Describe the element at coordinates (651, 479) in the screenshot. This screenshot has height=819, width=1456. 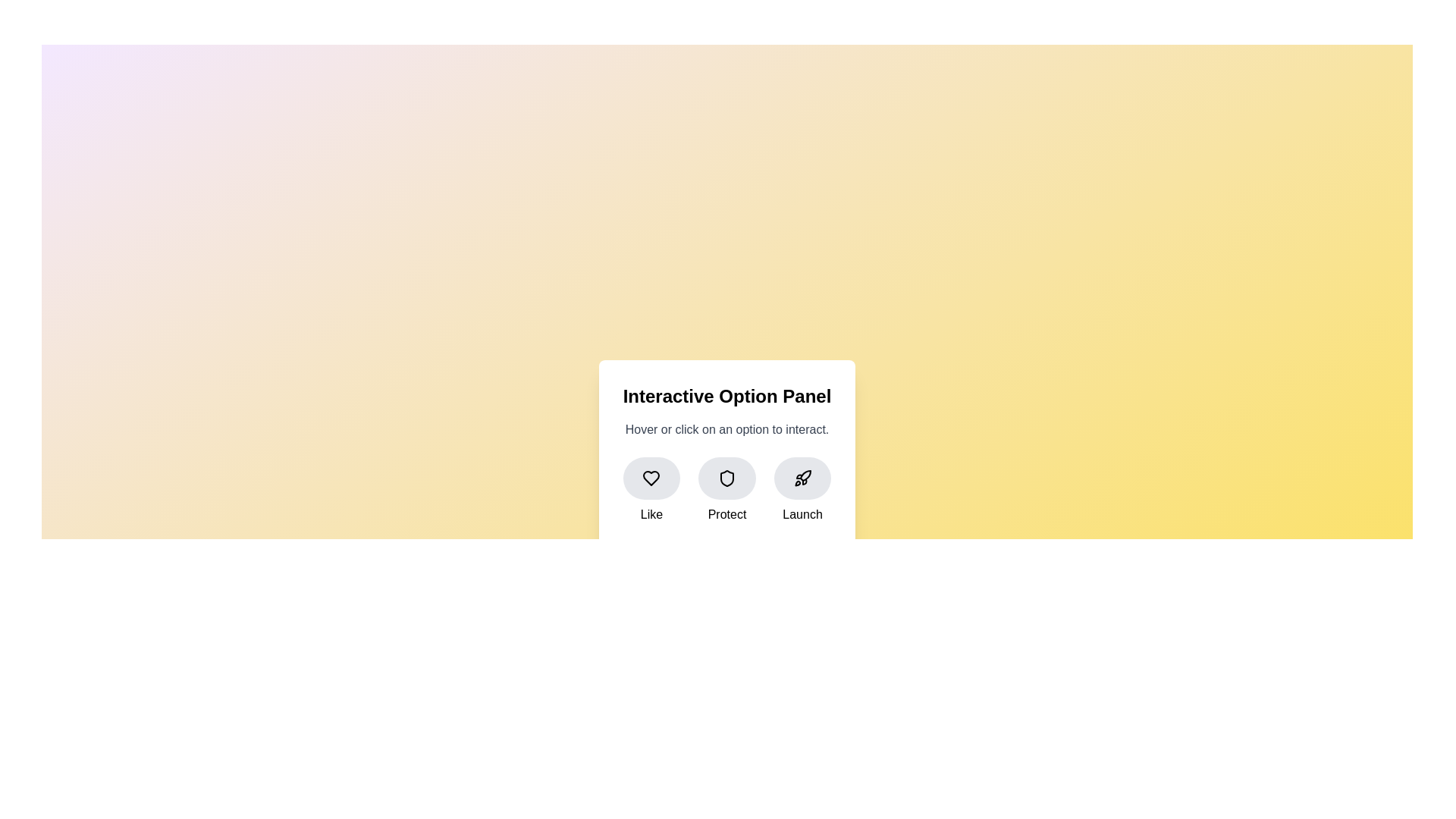
I see `the heart icon inside the 'Like' button located in the lower left section of the interactive panel` at that location.